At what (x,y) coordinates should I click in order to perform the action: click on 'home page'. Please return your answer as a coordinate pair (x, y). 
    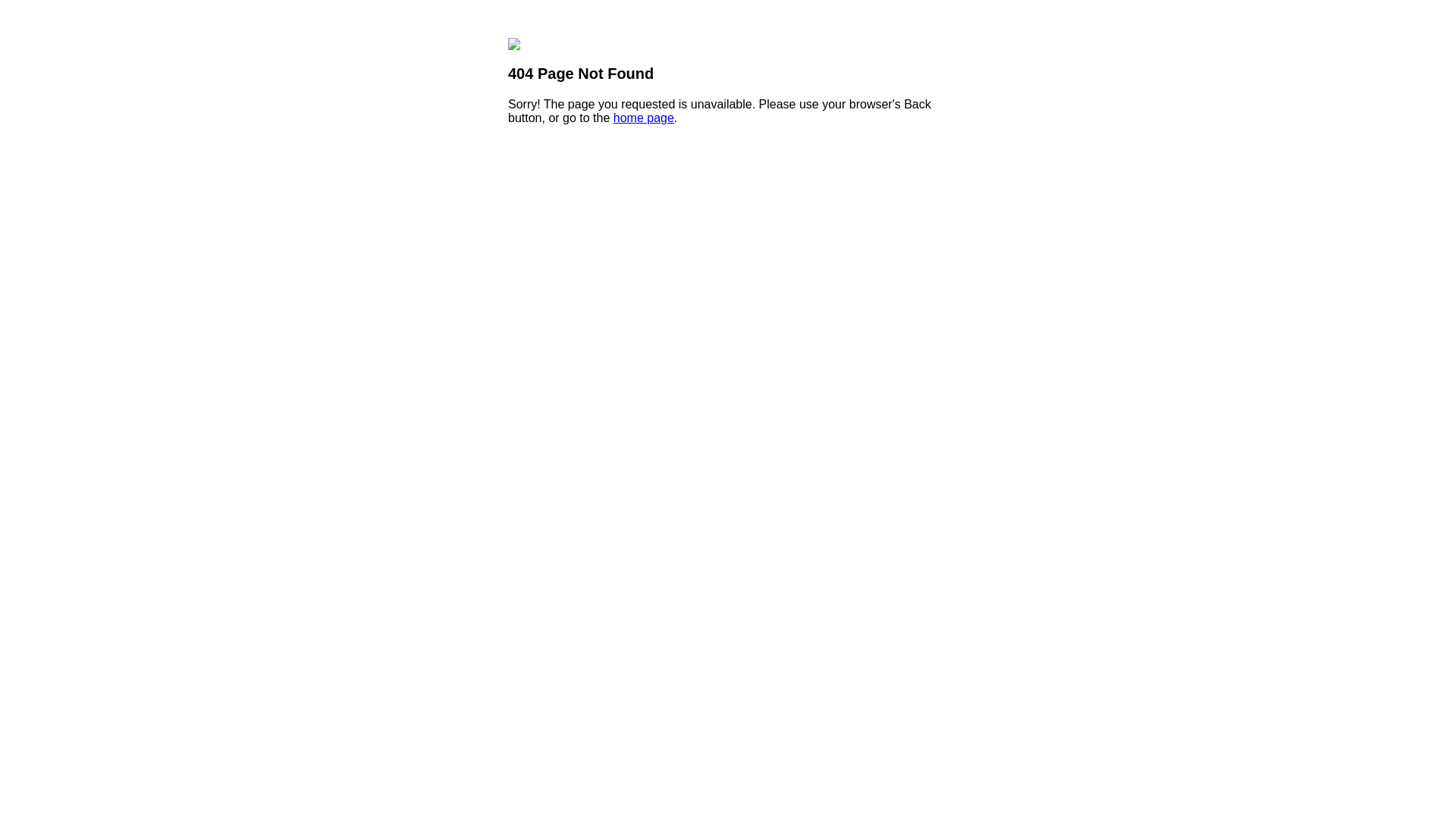
    Looking at the image, I should click on (644, 117).